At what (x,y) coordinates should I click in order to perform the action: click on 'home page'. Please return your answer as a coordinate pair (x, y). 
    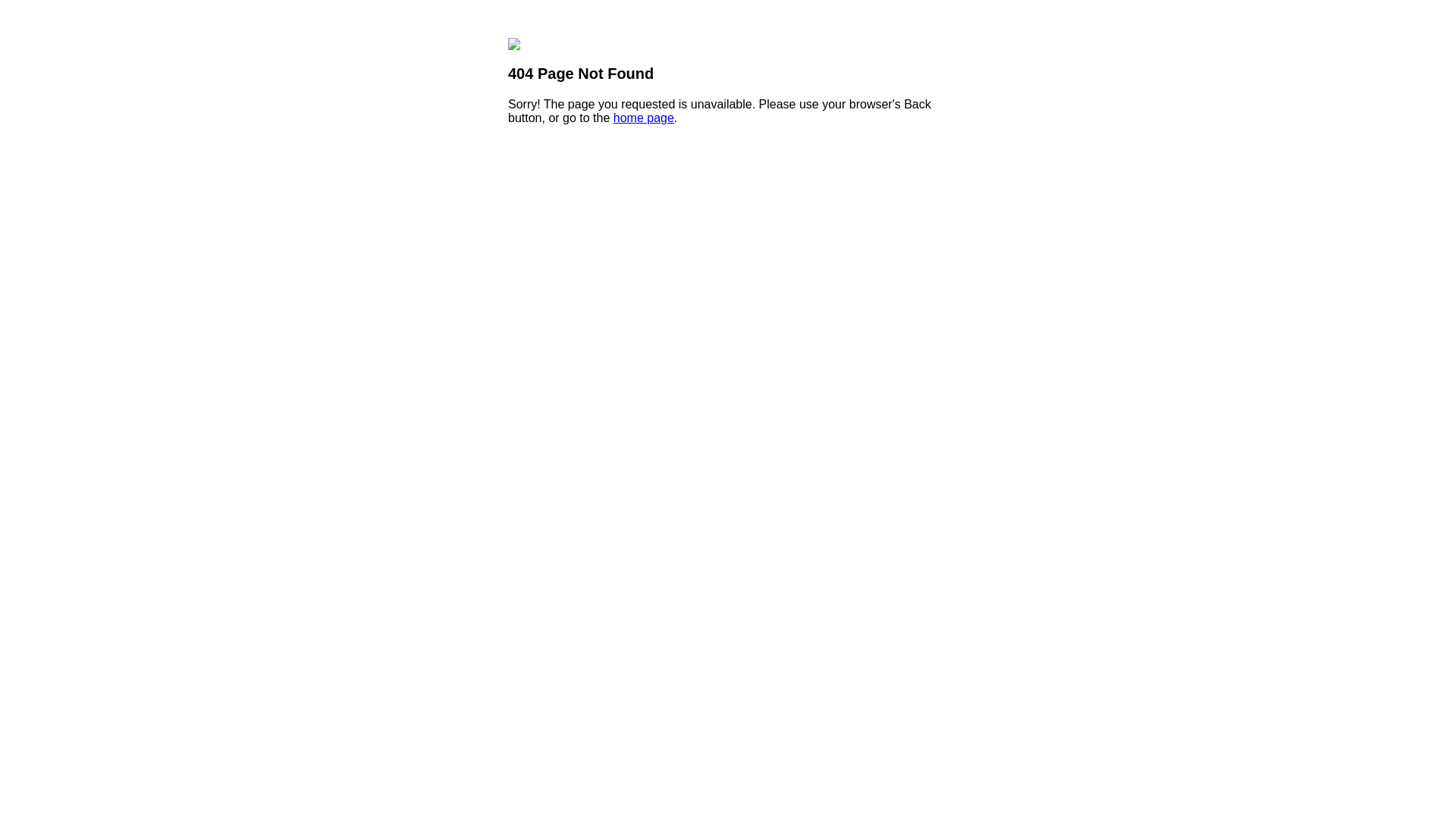
    Looking at the image, I should click on (644, 117).